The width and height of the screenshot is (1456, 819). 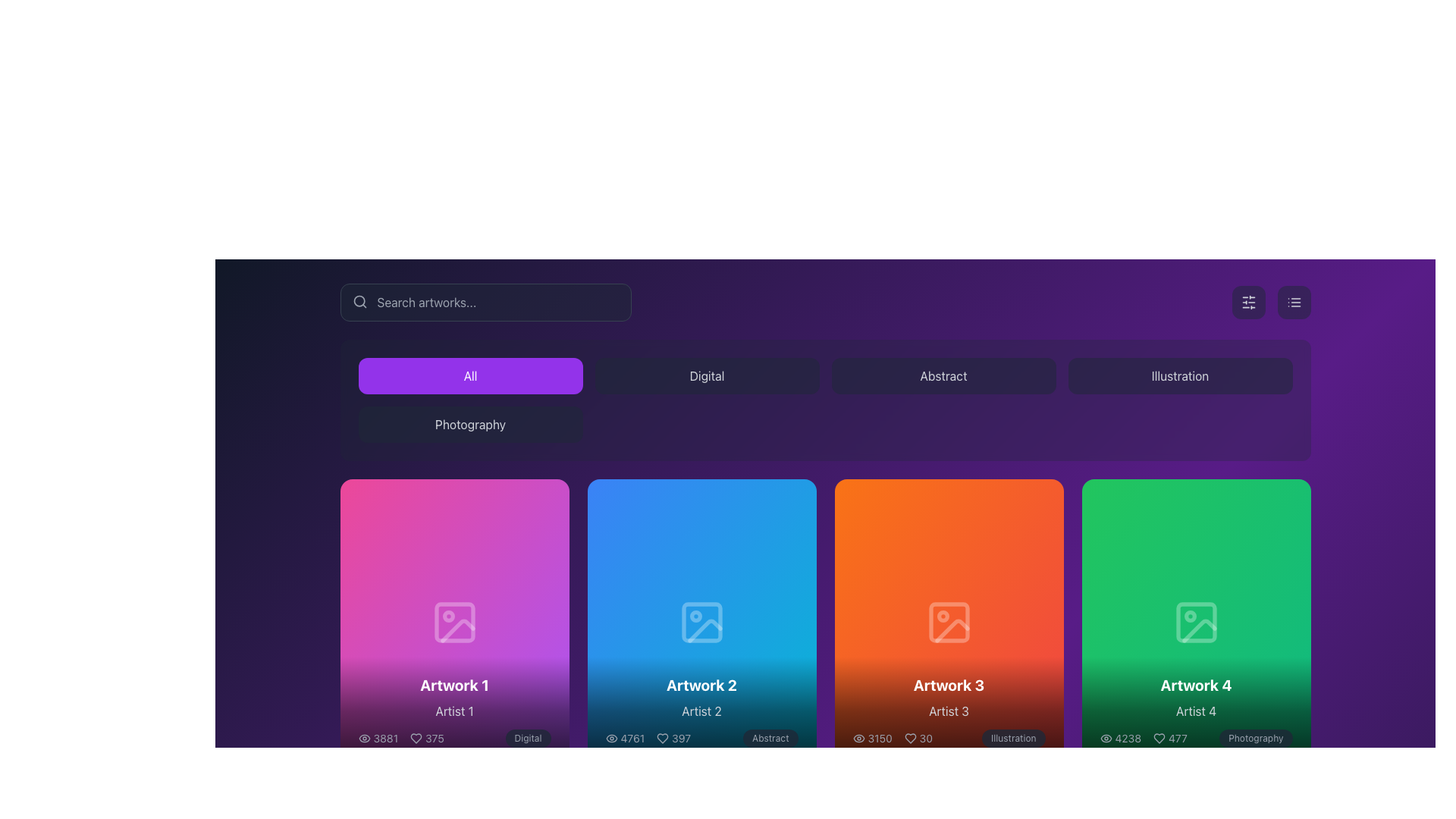 I want to click on the 'like' or 'favorite' icon located at the lower section of the content card for 'Artwork 1', which is positioned near the numeric label indicating a count, so click(x=416, y=737).